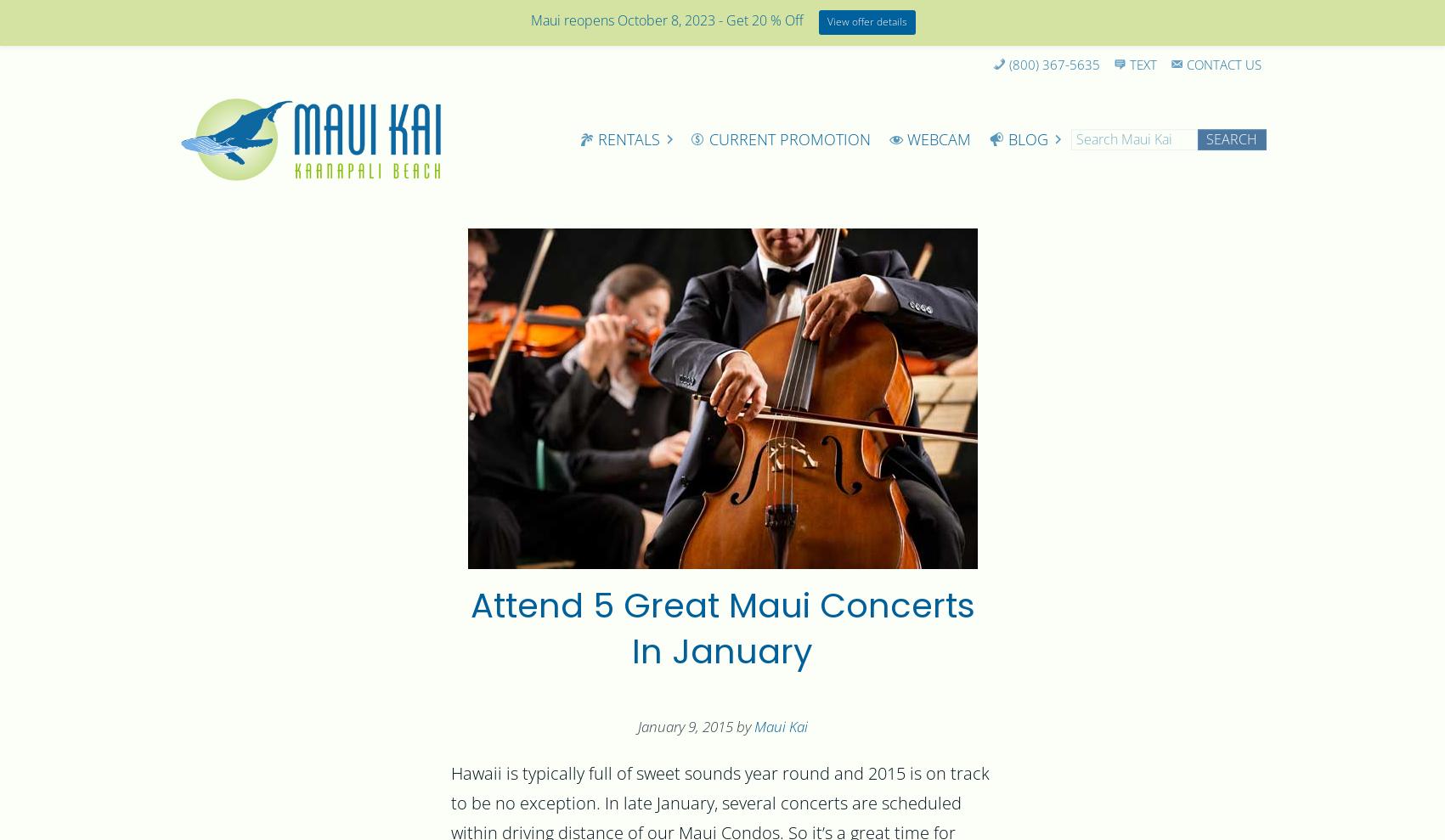 The image size is (1445, 840). I want to click on 'Text', so click(1141, 63).